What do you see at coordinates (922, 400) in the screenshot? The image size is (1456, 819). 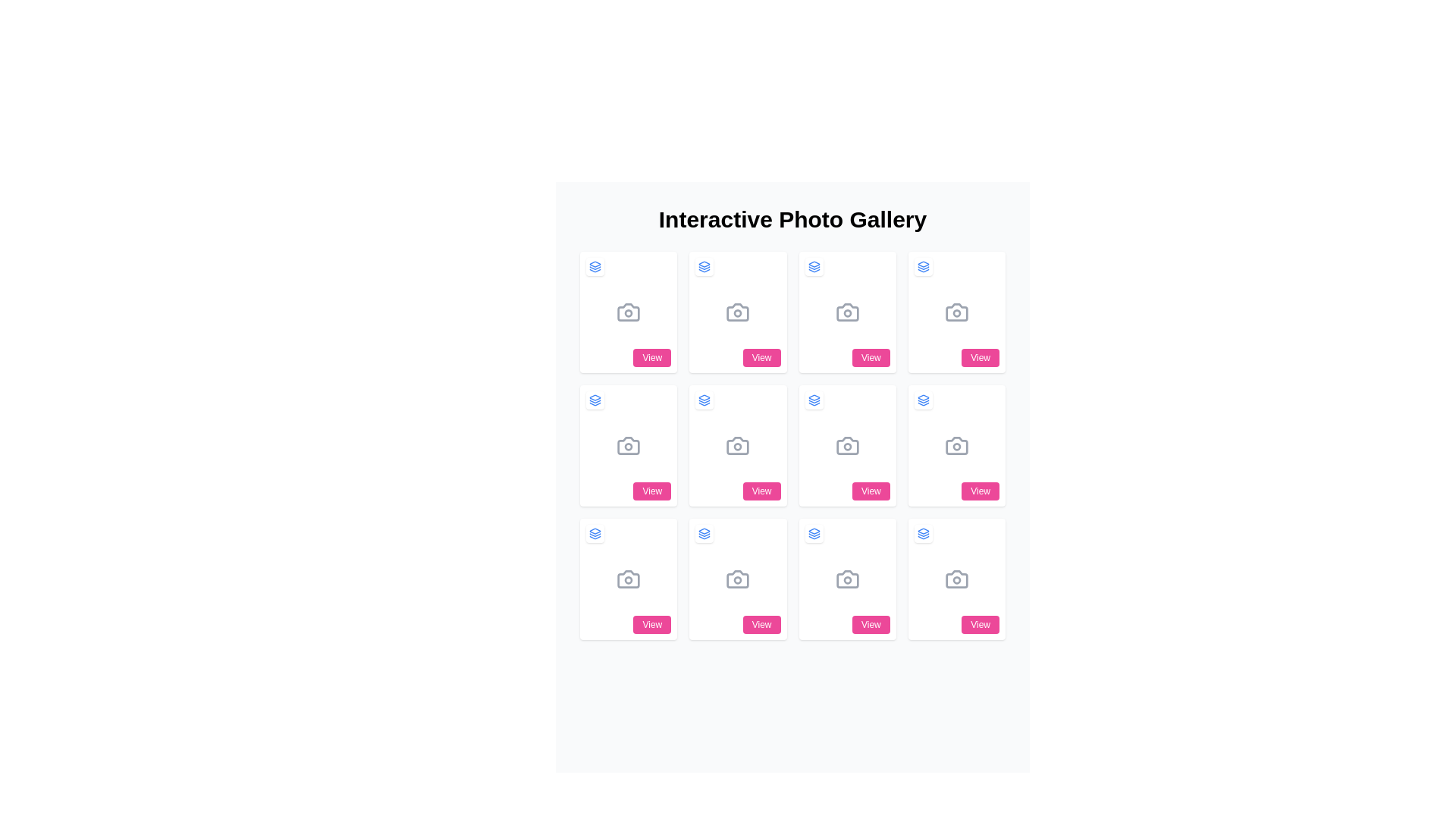 I see `the icon representing layers or stacking functionality located at the top-left corner of the 'View' box in the sixth card of the photo gallery grid, specifically in the second row and third column` at bounding box center [922, 400].